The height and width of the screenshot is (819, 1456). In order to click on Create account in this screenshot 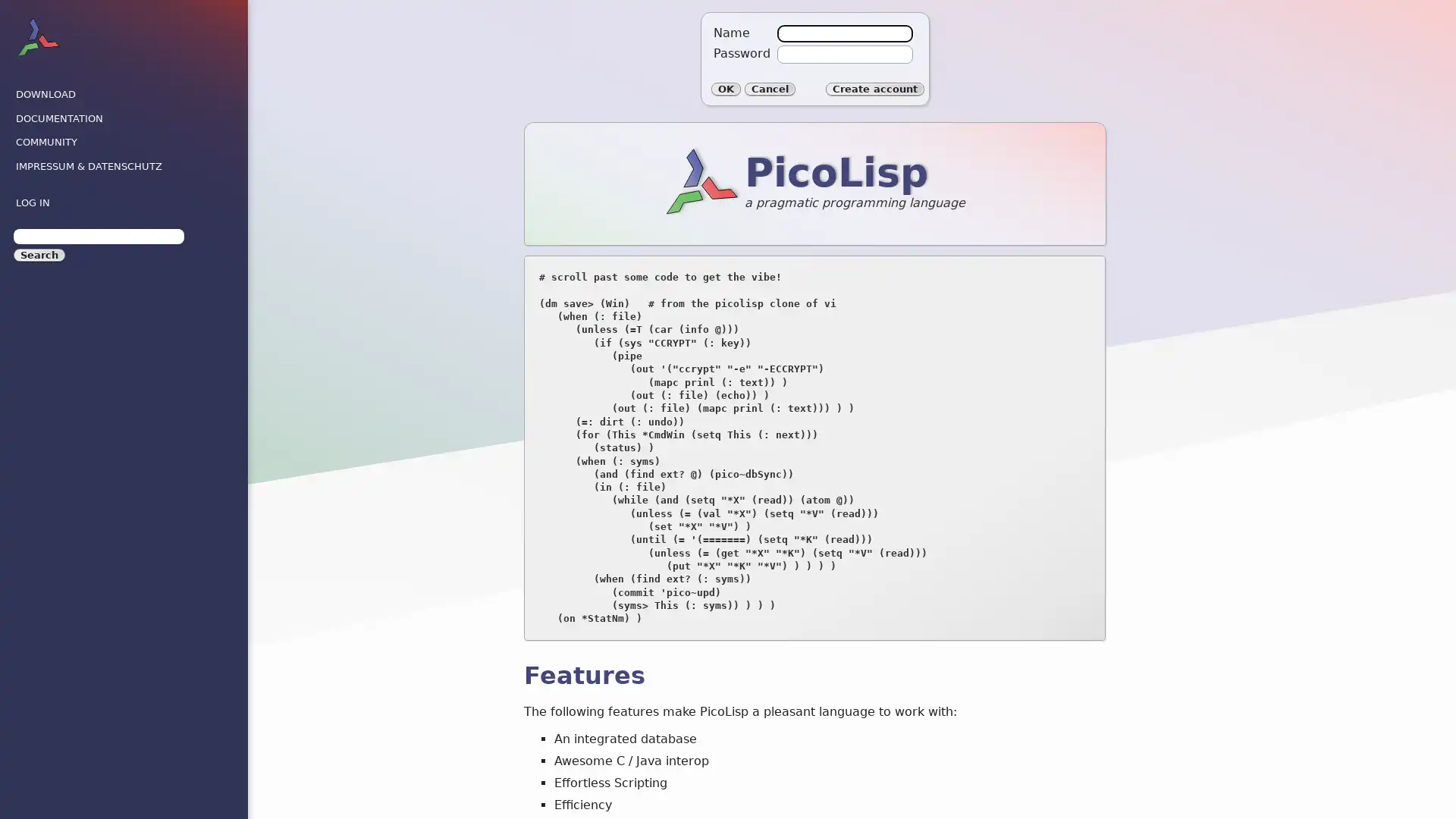, I will do `click(874, 89)`.